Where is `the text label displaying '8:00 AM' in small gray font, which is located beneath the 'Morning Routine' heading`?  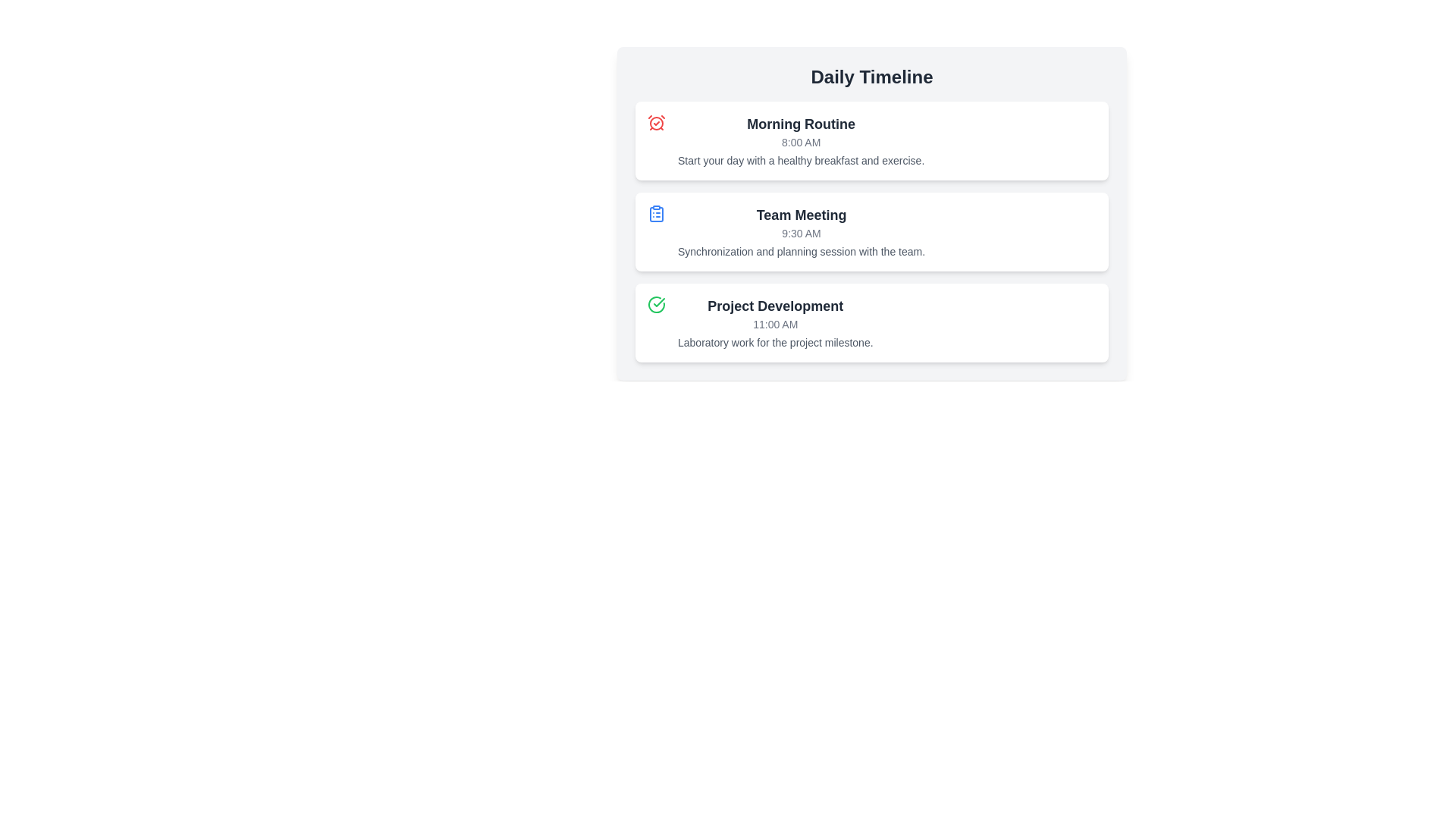
the text label displaying '8:00 AM' in small gray font, which is located beneath the 'Morning Routine' heading is located at coordinates (800, 143).